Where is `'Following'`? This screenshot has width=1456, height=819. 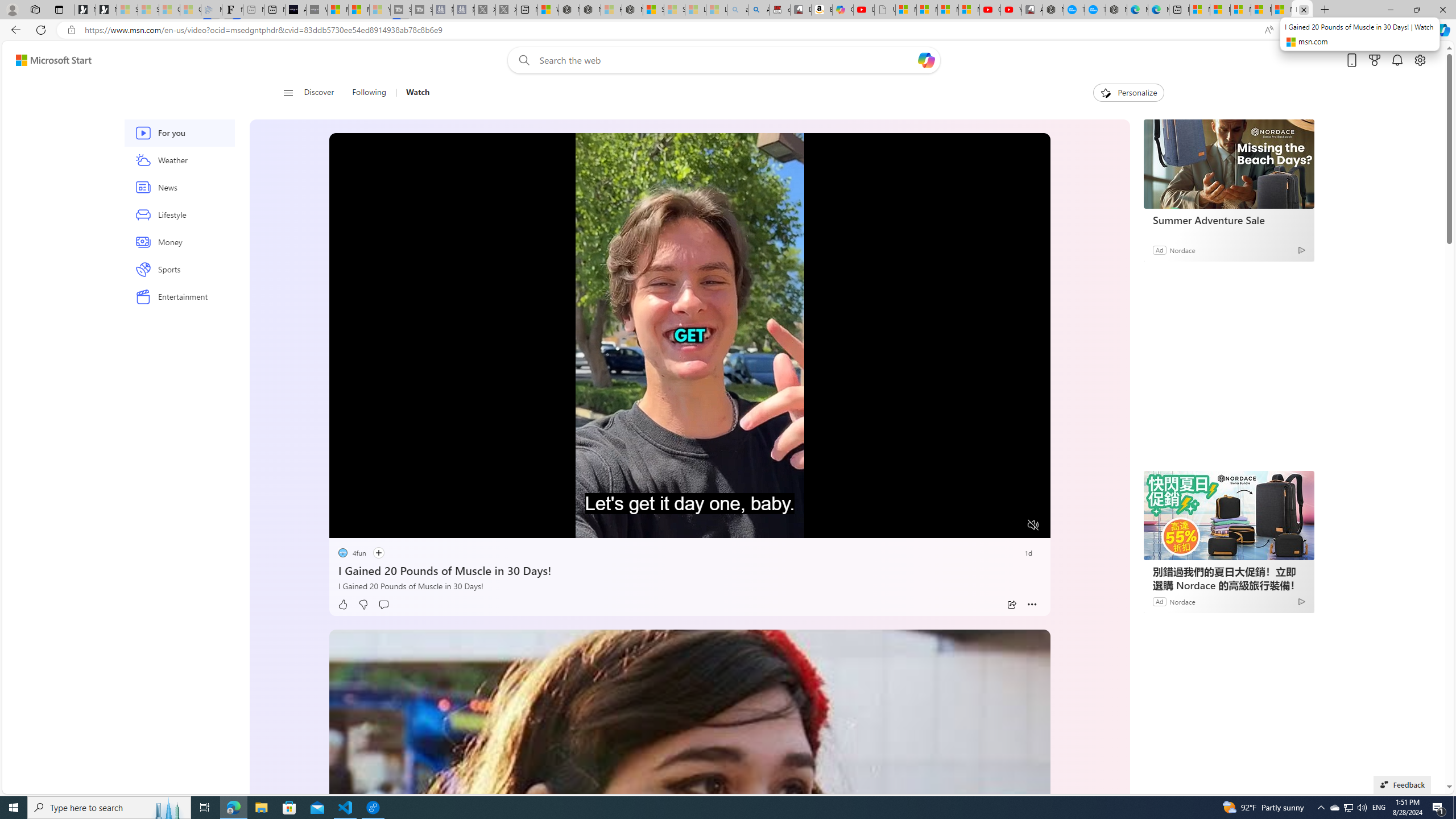 'Following' is located at coordinates (369, 92).